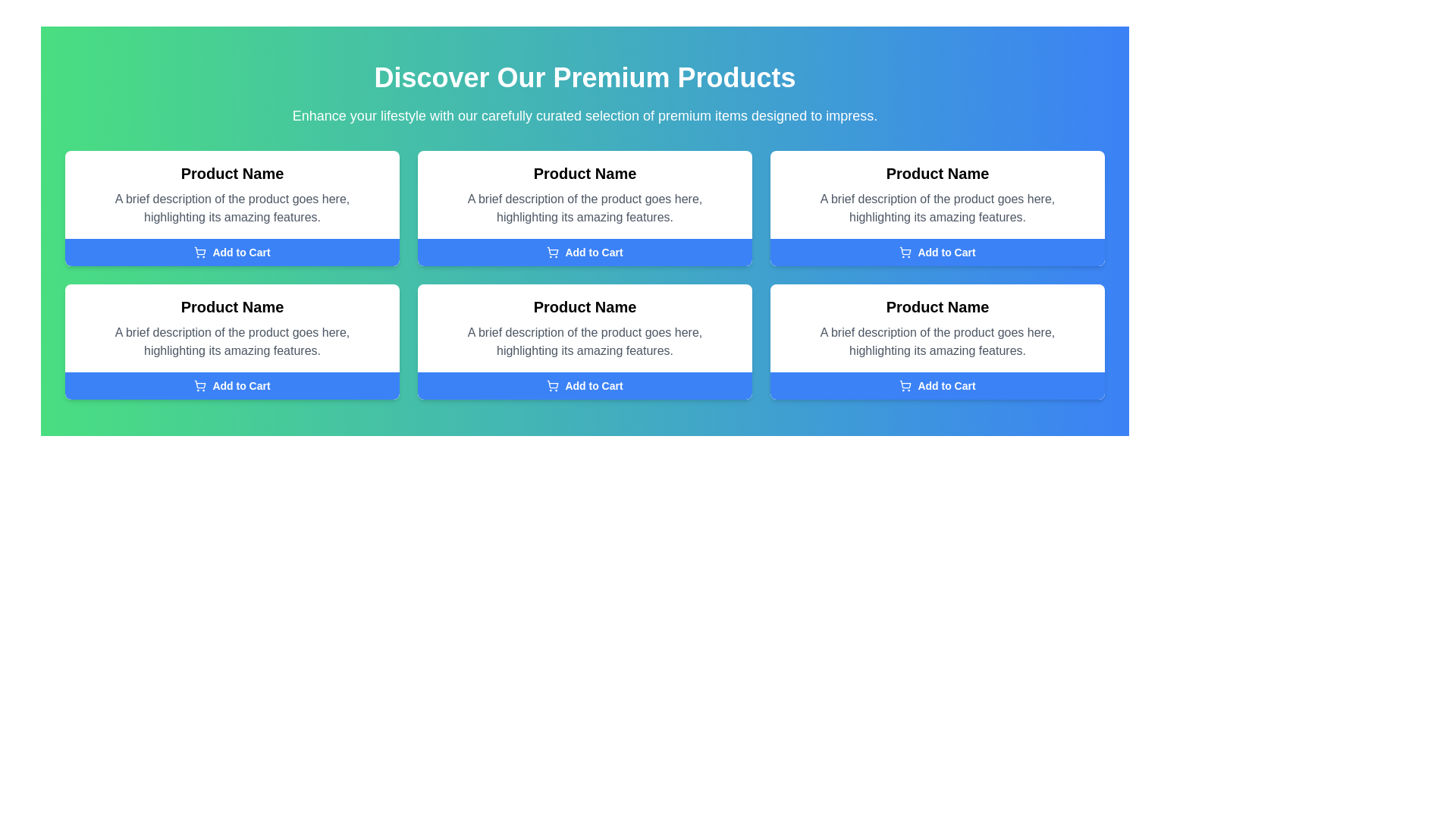 Image resolution: width=1456 pixels, height=819 pixels. What do you see at coordinates (199, 385) in the screenshot?
I see `the small, circular shopping cart icon located inside the 'Add to Cart' button at the bottom section of the product card, which is on the left side of the button, preceding the text label` at bounding box center [199, 385].